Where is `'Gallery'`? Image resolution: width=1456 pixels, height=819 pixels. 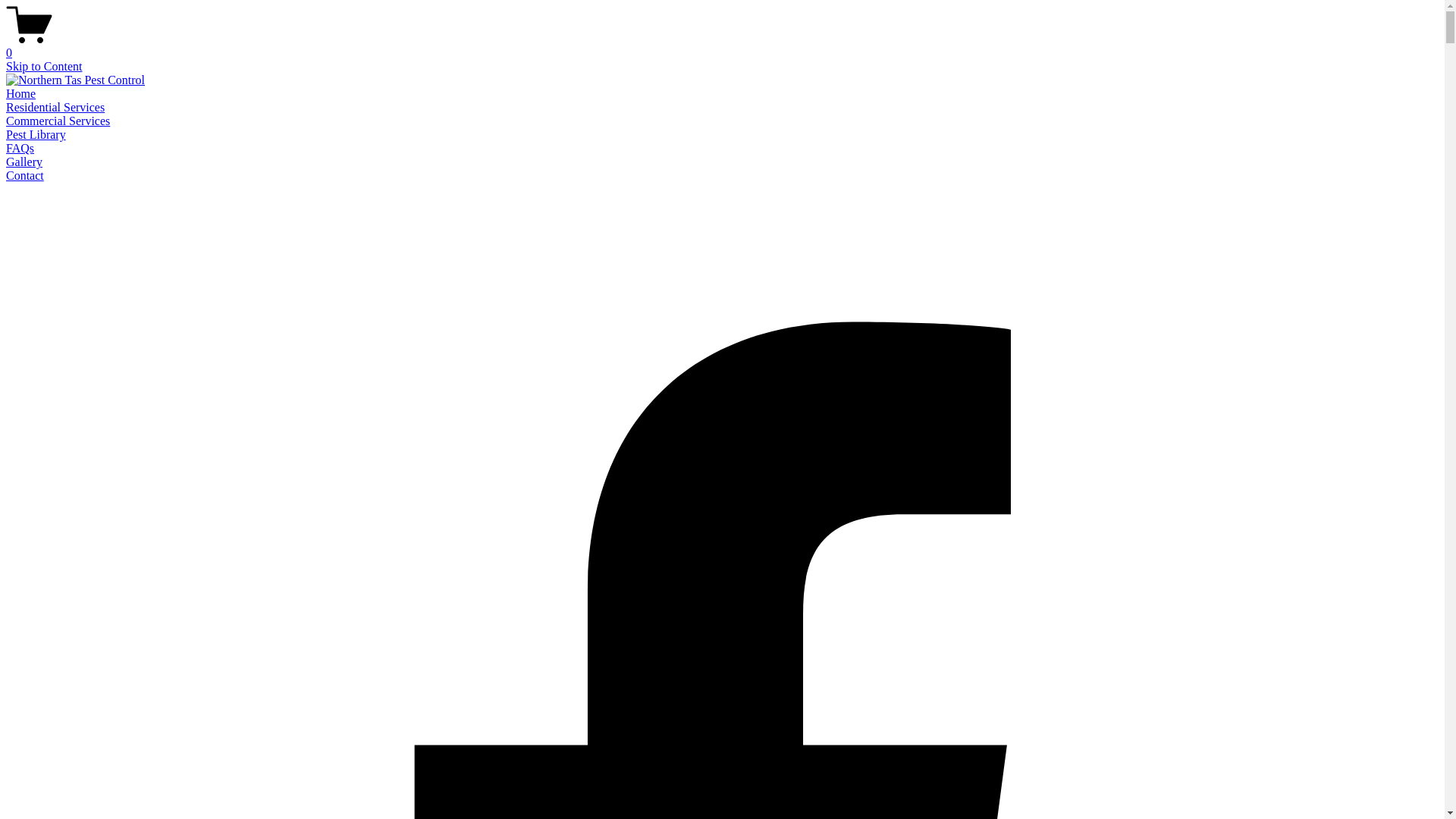
'Gallery' is located at coordinates (24, 162).